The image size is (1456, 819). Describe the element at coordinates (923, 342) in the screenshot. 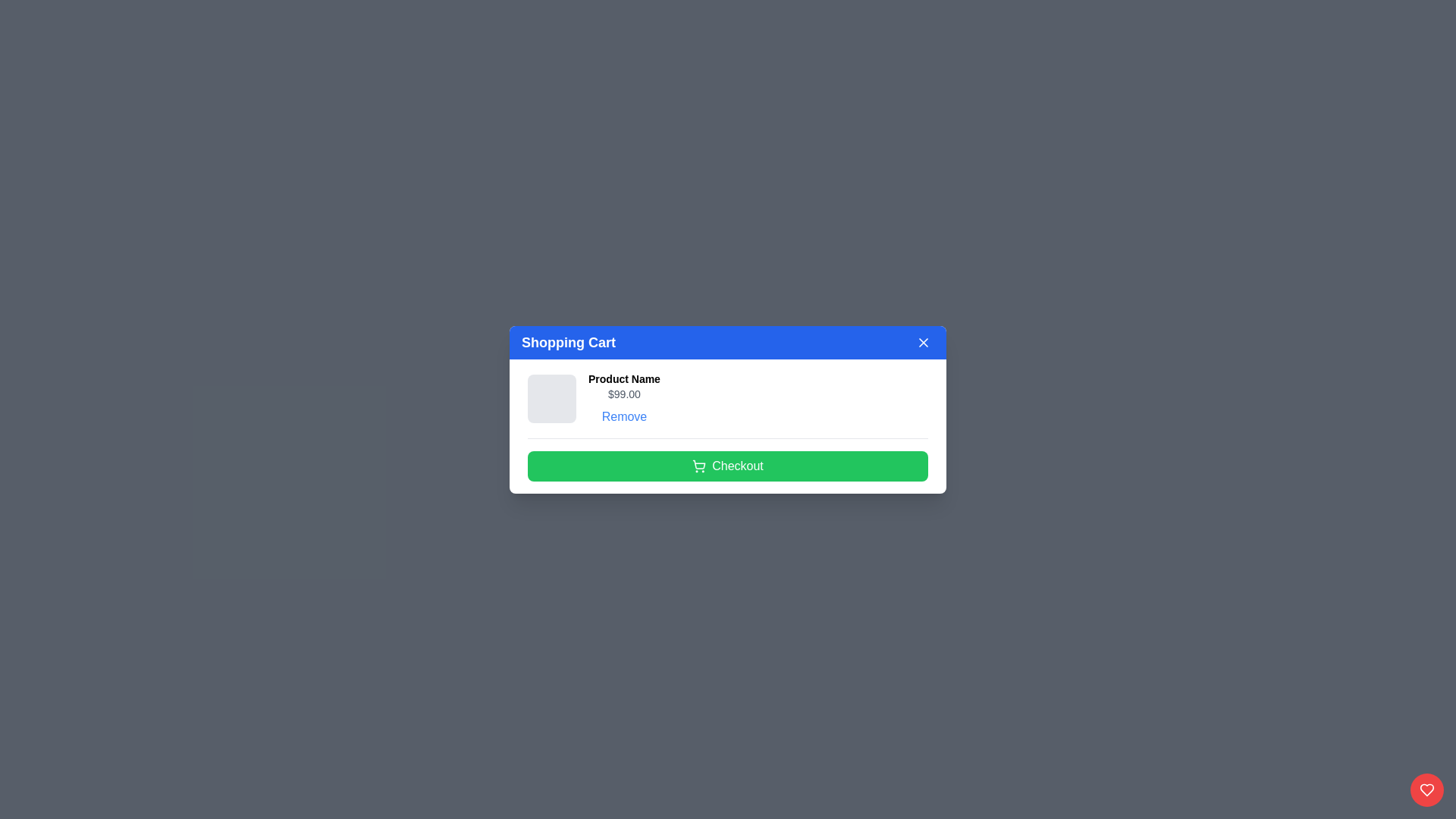

I see `the close button located at the top-right corner of the 'Shopping Cart' panel` at that location.